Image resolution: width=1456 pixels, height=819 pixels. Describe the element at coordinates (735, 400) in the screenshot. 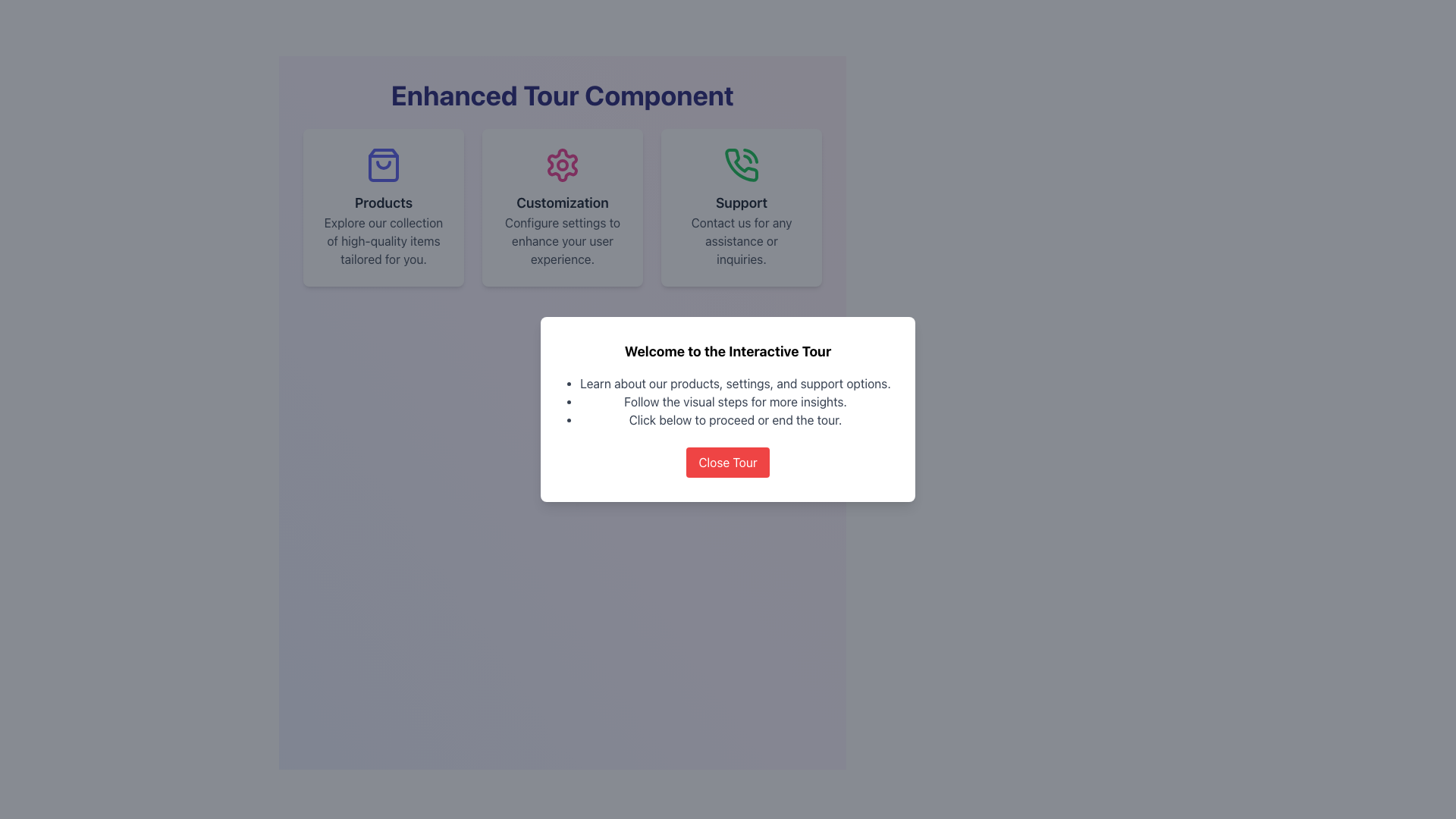

I see `the second item in a bulleted list within a white panel that provides informational guidance to the user` at that location.